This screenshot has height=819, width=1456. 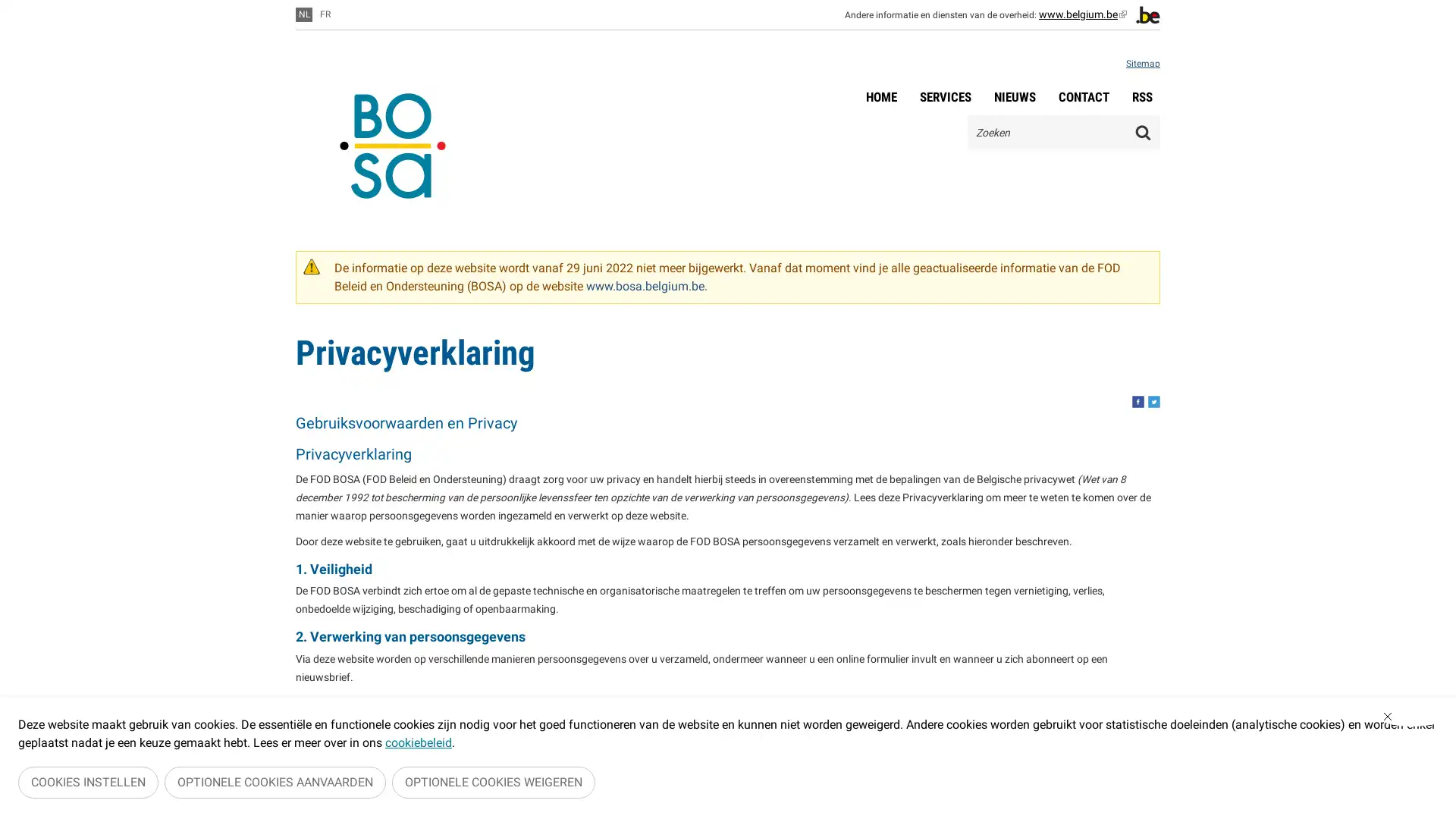 What do you see at coordinates (1153, 400) in the screenshot?
I see `Share this, twitter. This button opens a new window` at bounding box center [1153, 400].